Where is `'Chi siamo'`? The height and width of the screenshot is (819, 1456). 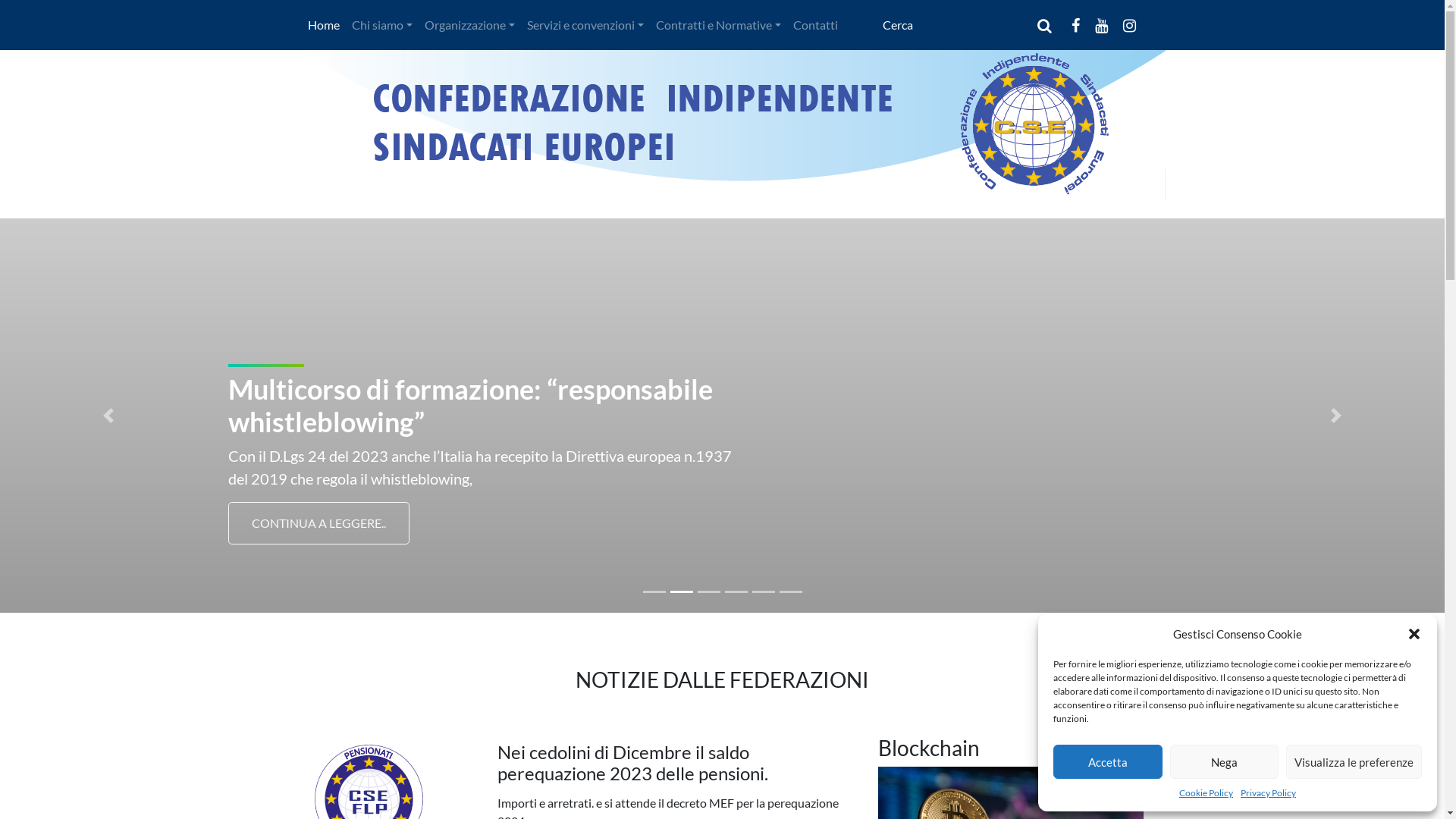
'Chi siamo' is located at coordinates (345, 25).